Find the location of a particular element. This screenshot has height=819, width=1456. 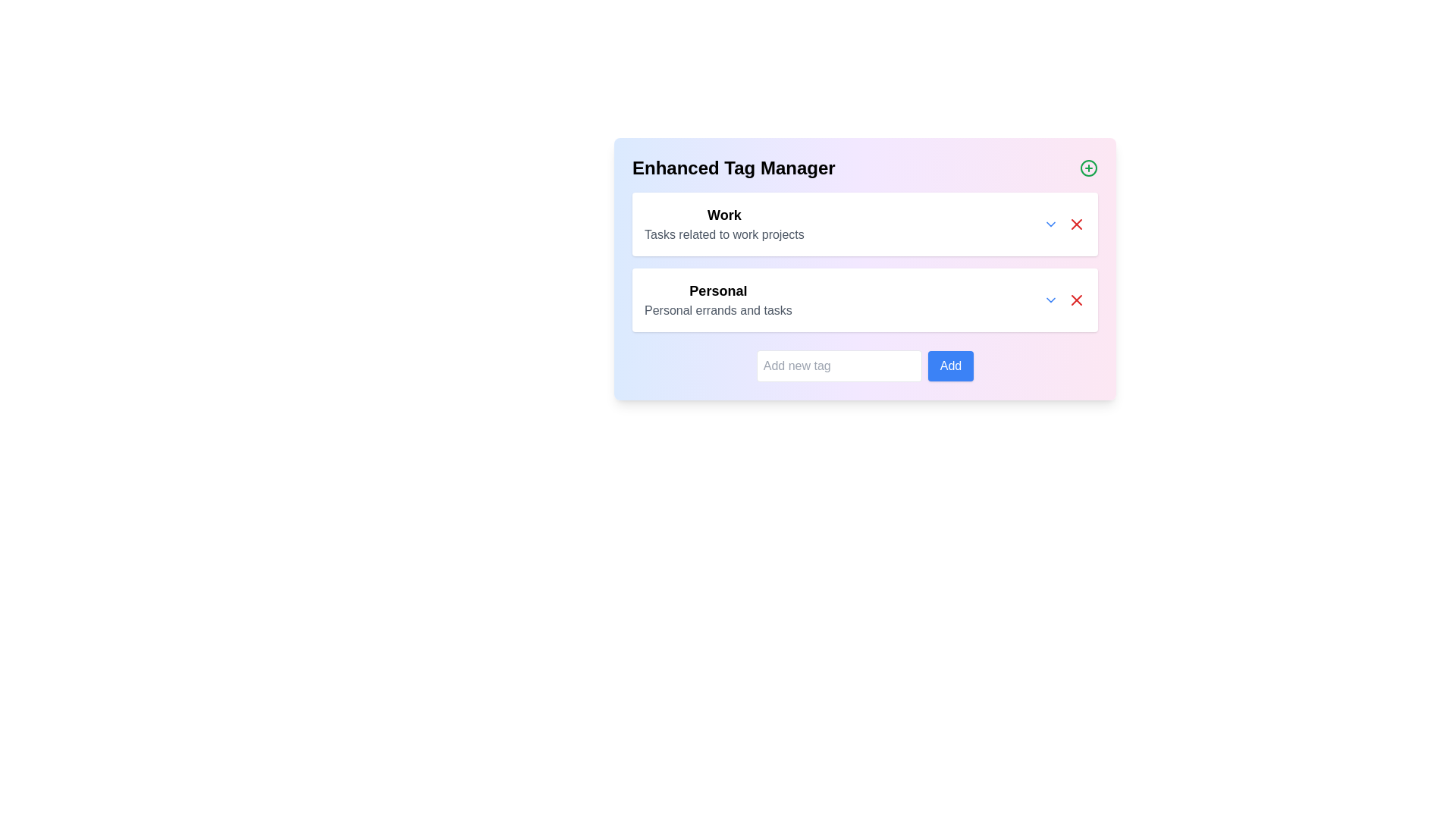

the diagonal line segment that forms the second stroke of the 'X'-shaped close button, which is located at the far right of the 'Personal' tag box is located at coordinates (1076, 300).